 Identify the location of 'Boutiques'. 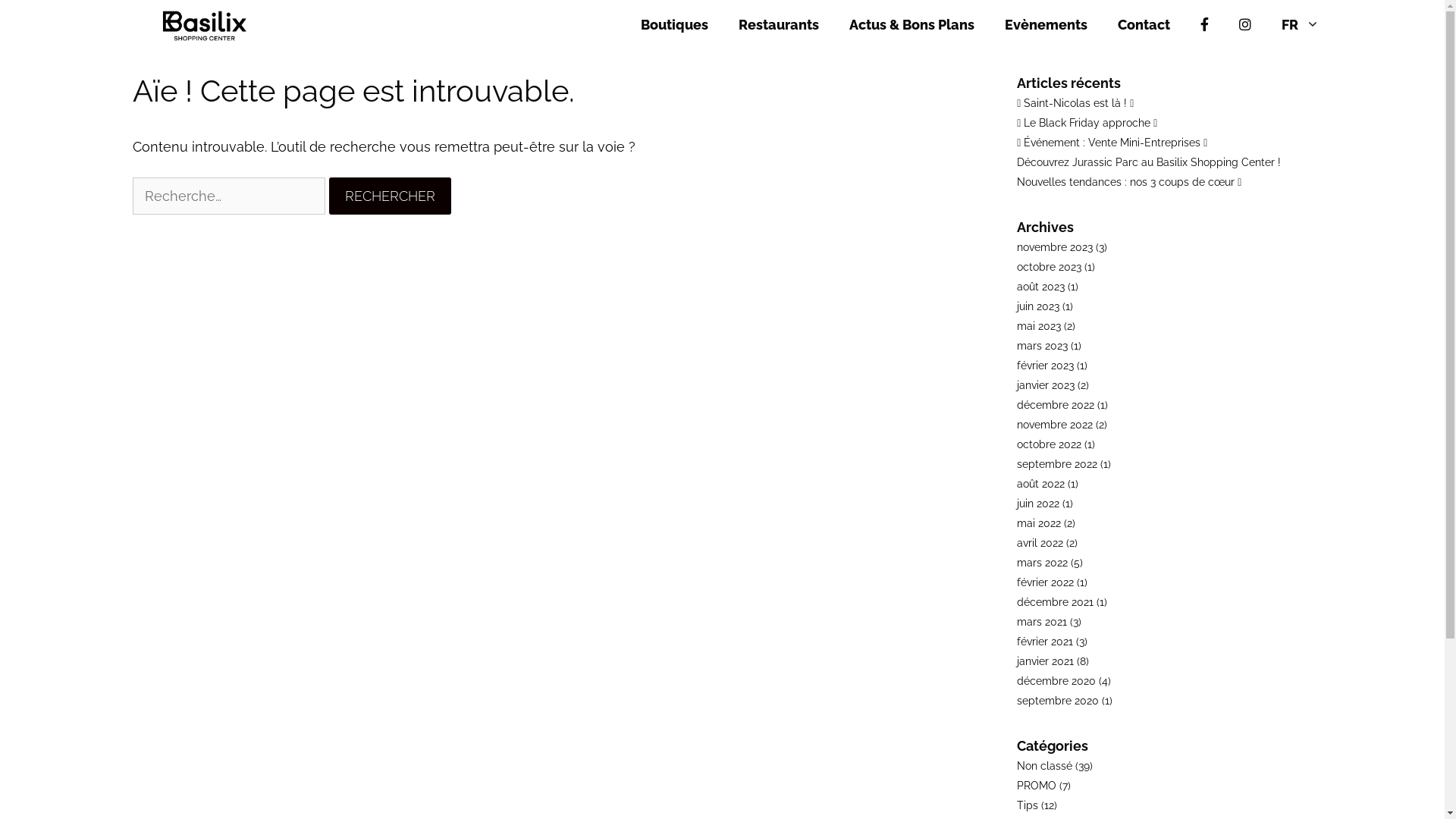
(673, 25).